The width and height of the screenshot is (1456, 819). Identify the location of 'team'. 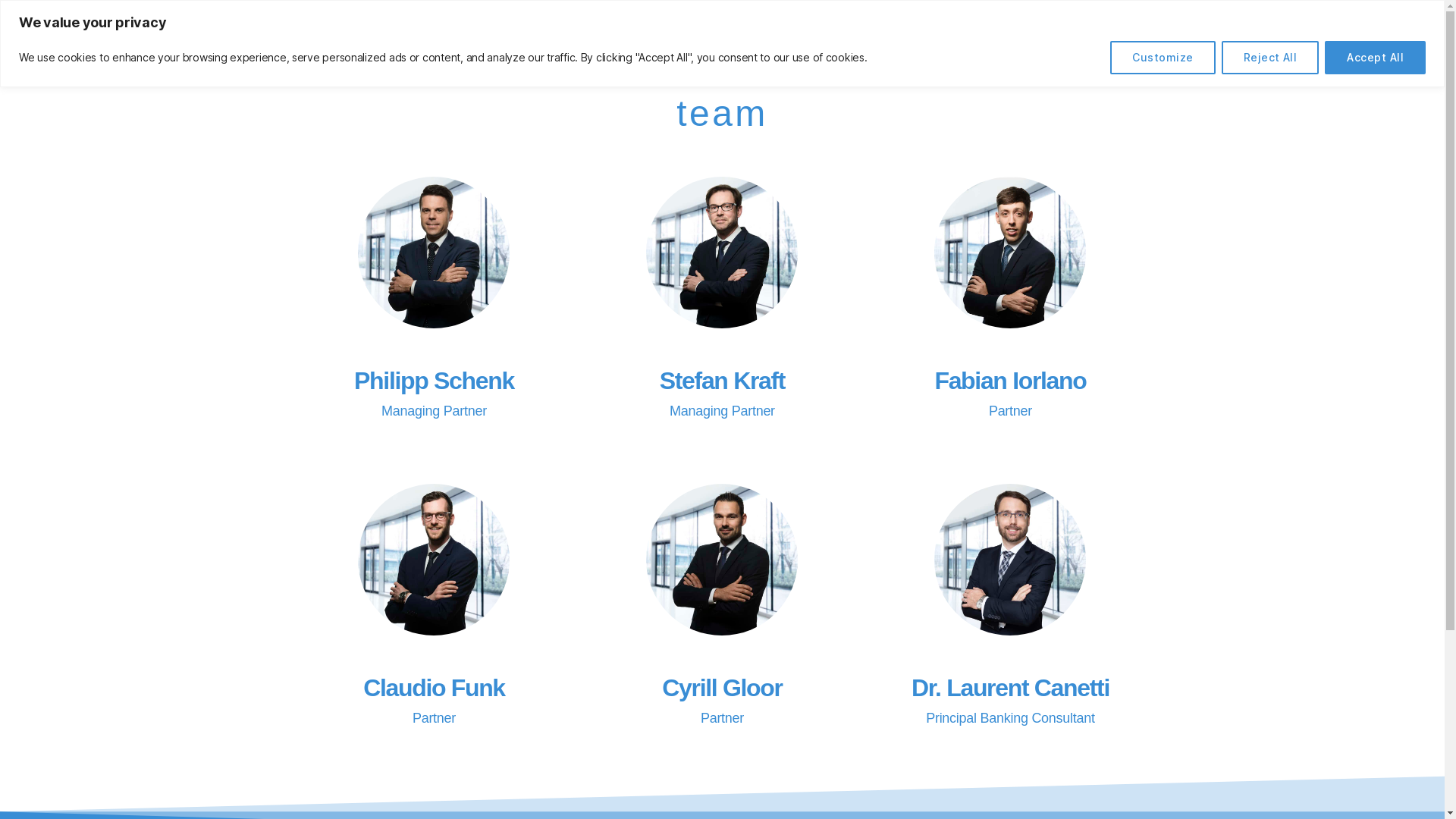
(1224, 36).